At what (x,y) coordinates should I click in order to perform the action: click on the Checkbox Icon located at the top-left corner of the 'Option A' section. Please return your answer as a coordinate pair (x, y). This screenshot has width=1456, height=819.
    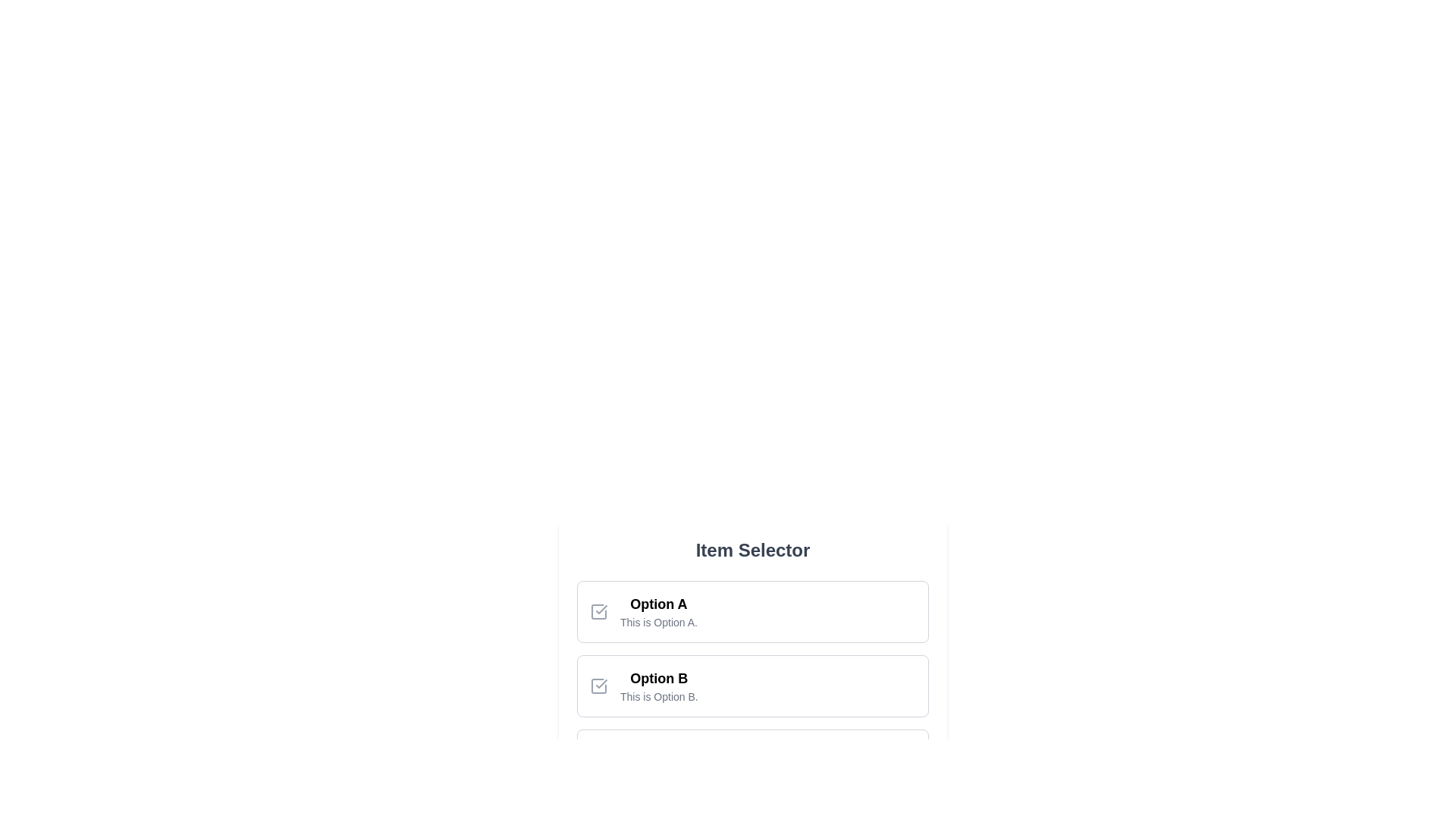
    Looking at the image, I should click on (598, 610).